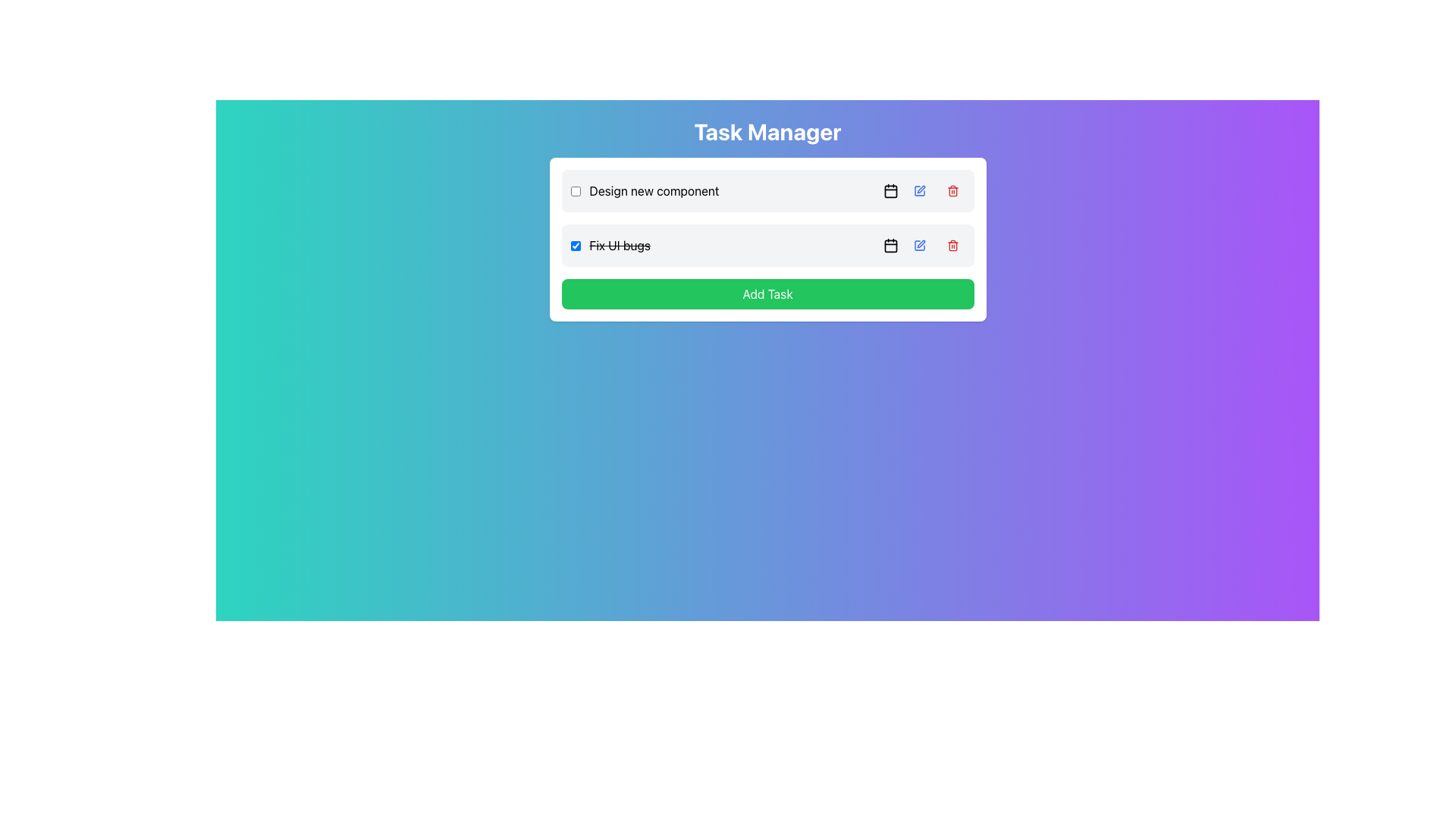 The image size is (1456, 819). I want to click on the edit button located under the 'Task Manager' title, which is the second button to the right of the first task row, positioned between a calendar icon and a red button, so click(918, 190).